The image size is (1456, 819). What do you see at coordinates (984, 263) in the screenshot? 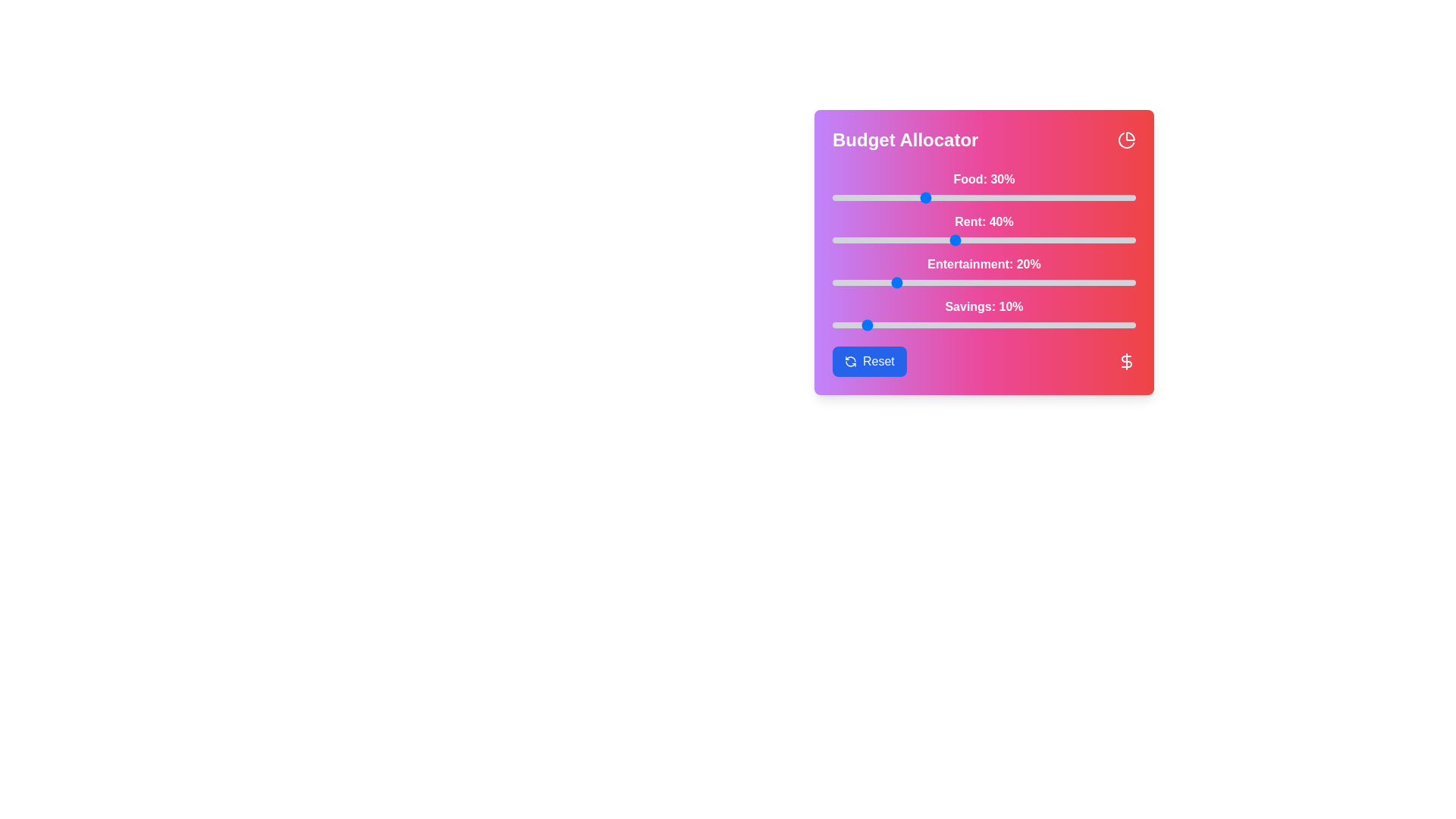
I see `the Label displaying 'Entertainment: 20%' with a bold font style and white color, located prominently above the slider in the budget allocation interface` at bounding box center [984, 263].